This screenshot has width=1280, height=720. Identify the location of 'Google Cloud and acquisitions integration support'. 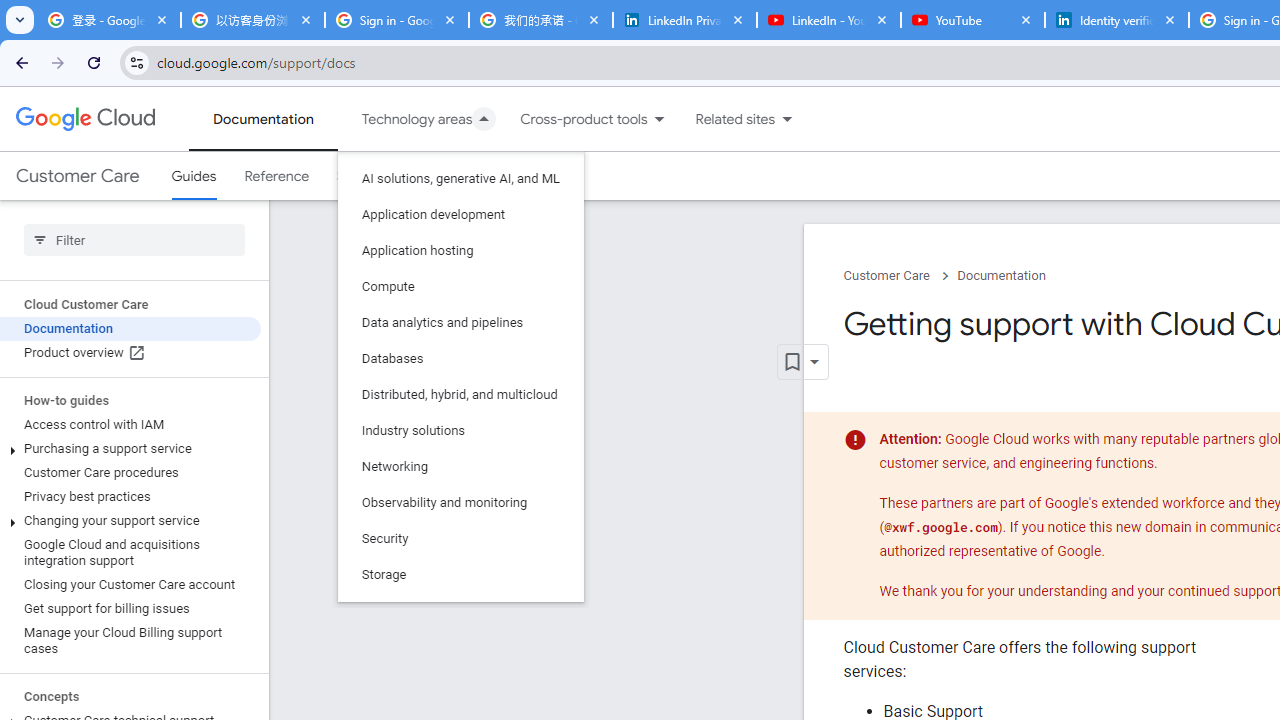
(129, 552).